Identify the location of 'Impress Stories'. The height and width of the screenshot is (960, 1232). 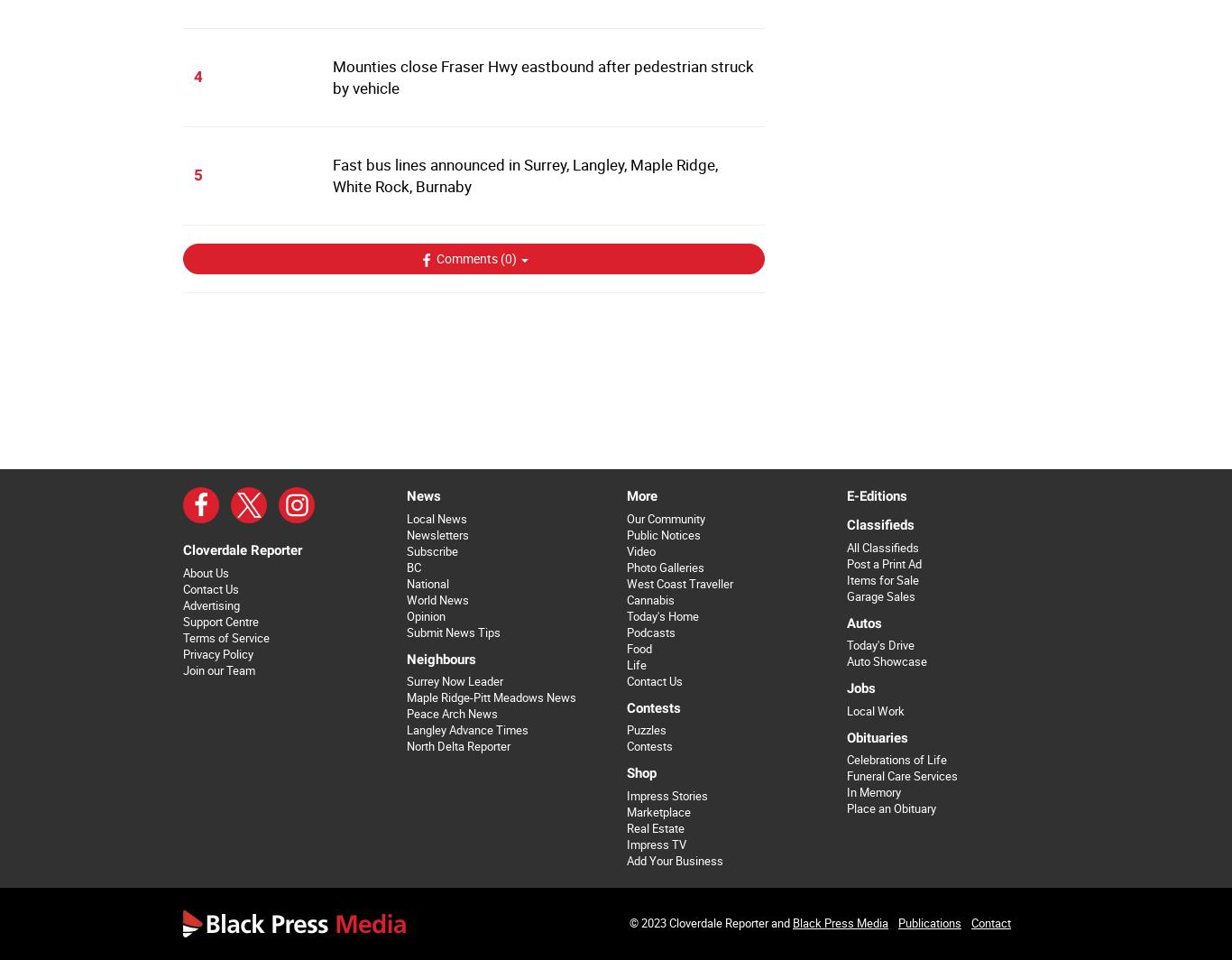
(667, 795).